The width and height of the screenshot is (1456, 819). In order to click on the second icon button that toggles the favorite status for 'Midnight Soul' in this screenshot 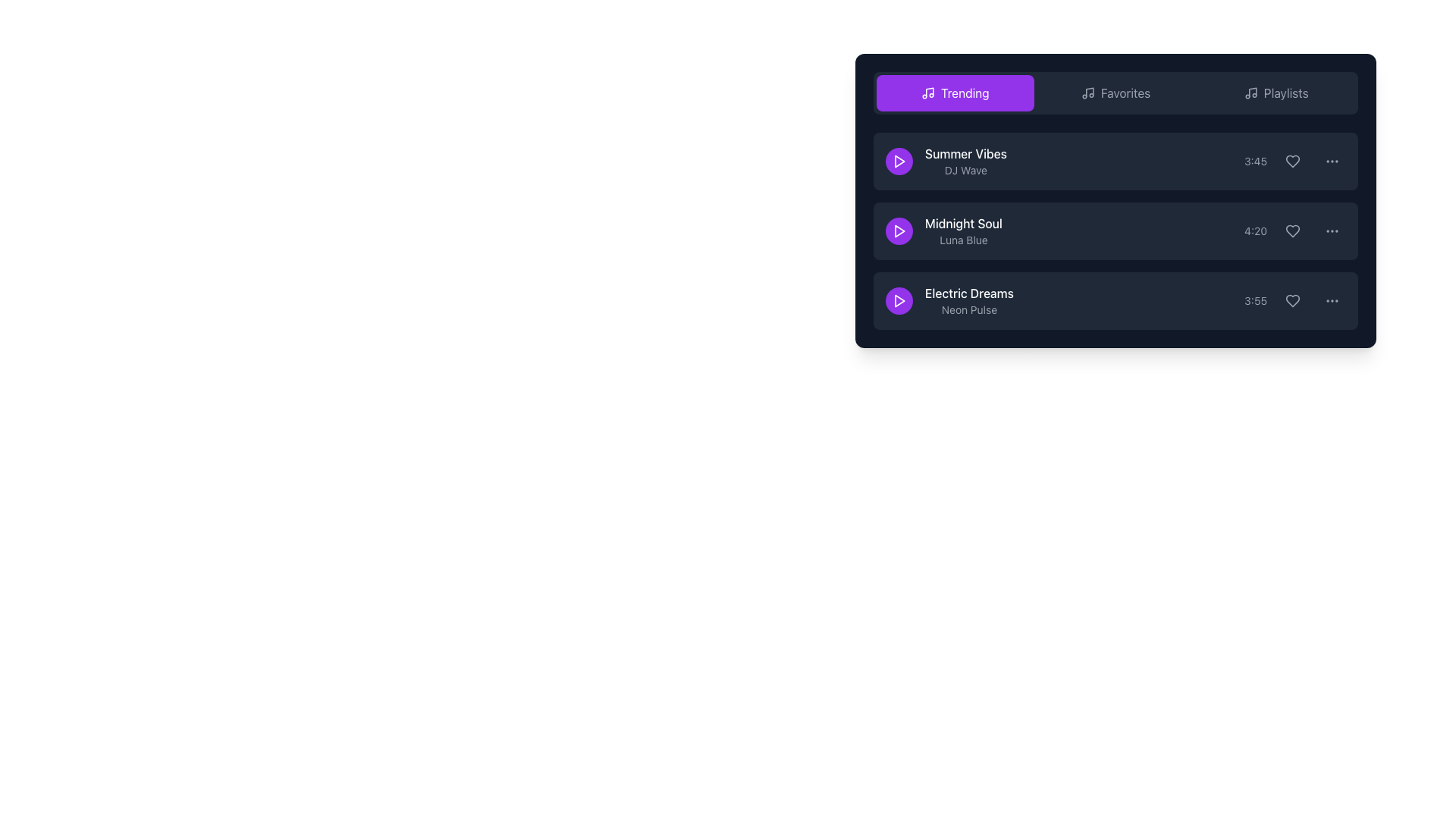, I will do `click(1291, 231)`.